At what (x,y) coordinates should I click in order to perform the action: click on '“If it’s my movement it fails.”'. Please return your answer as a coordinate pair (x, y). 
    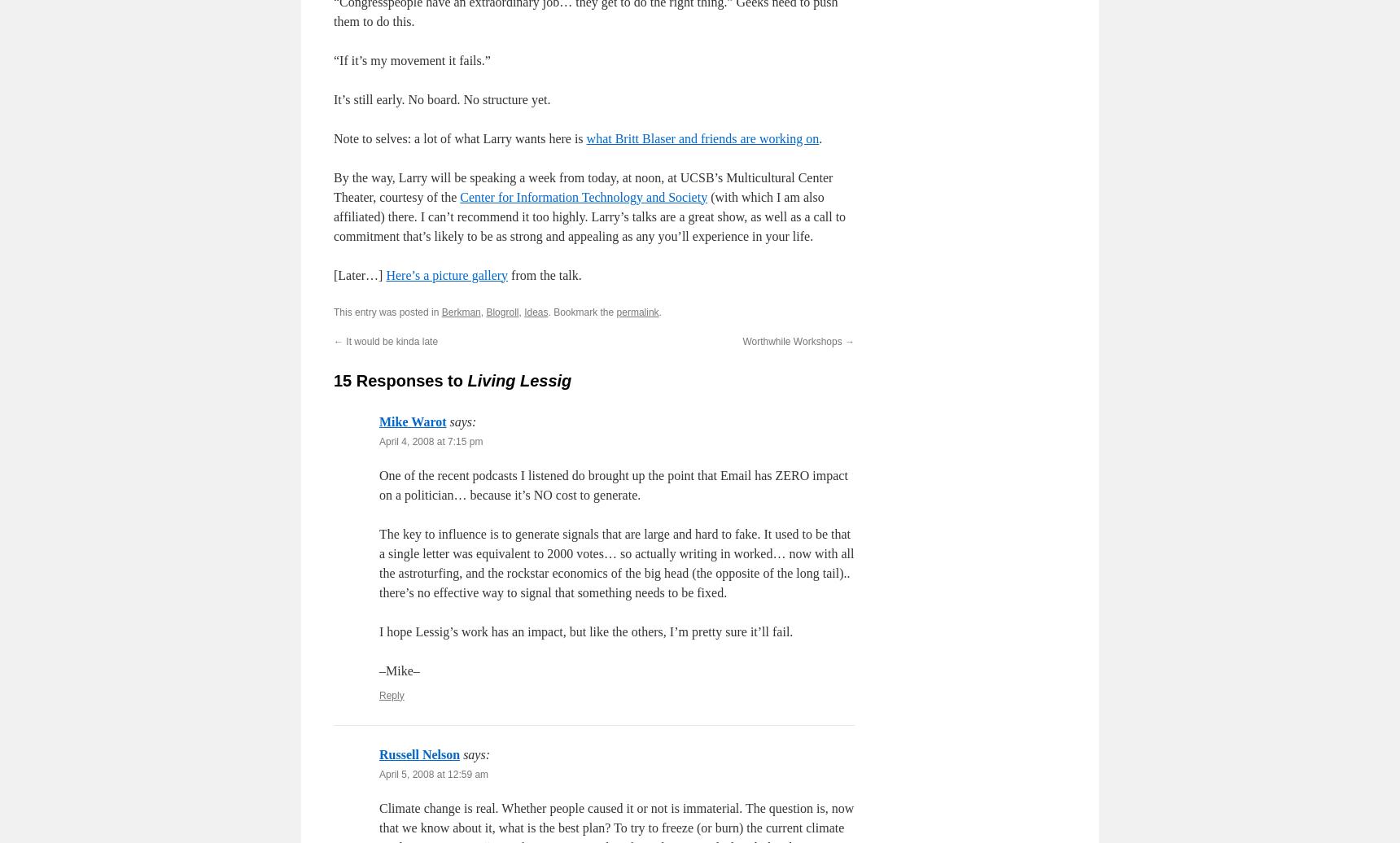
    Looking at the image, I should click on (412, 59).